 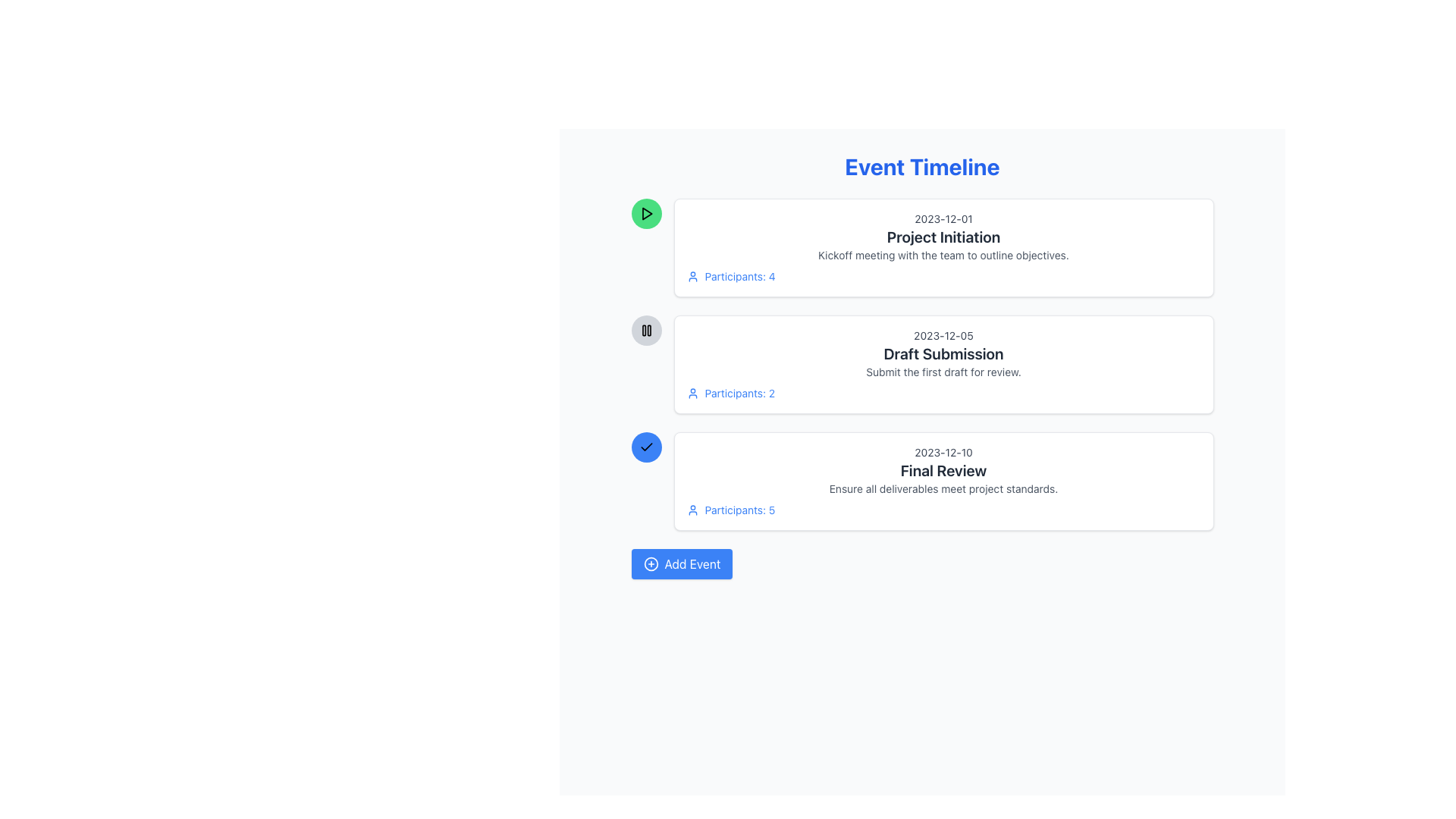 I want to click on the non-interactive icon representing participants in the event, located to the left of the text 'Participants: 5' in the 'Final Review' section of the timeline interface, so click(x=692, y=510).